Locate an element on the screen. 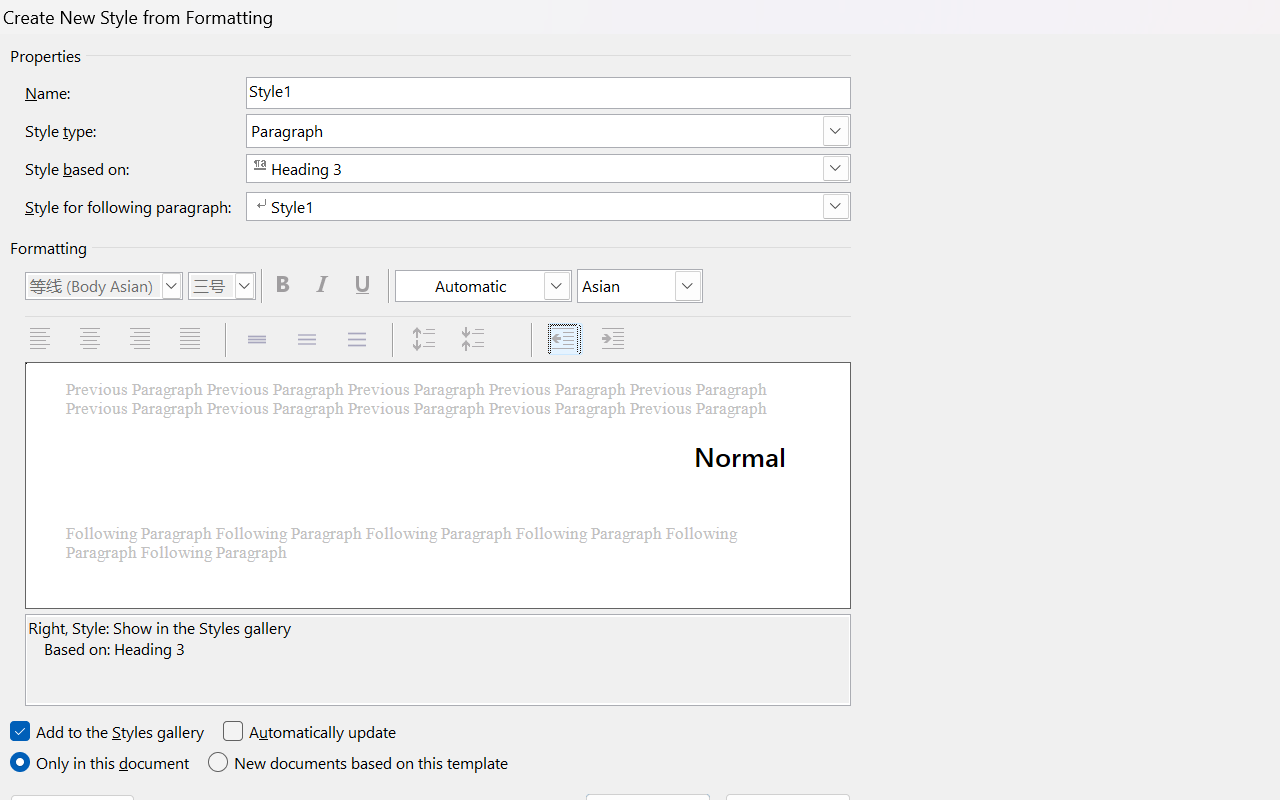  'Add to the Styles gallery' is located at coordinates (107, 731).